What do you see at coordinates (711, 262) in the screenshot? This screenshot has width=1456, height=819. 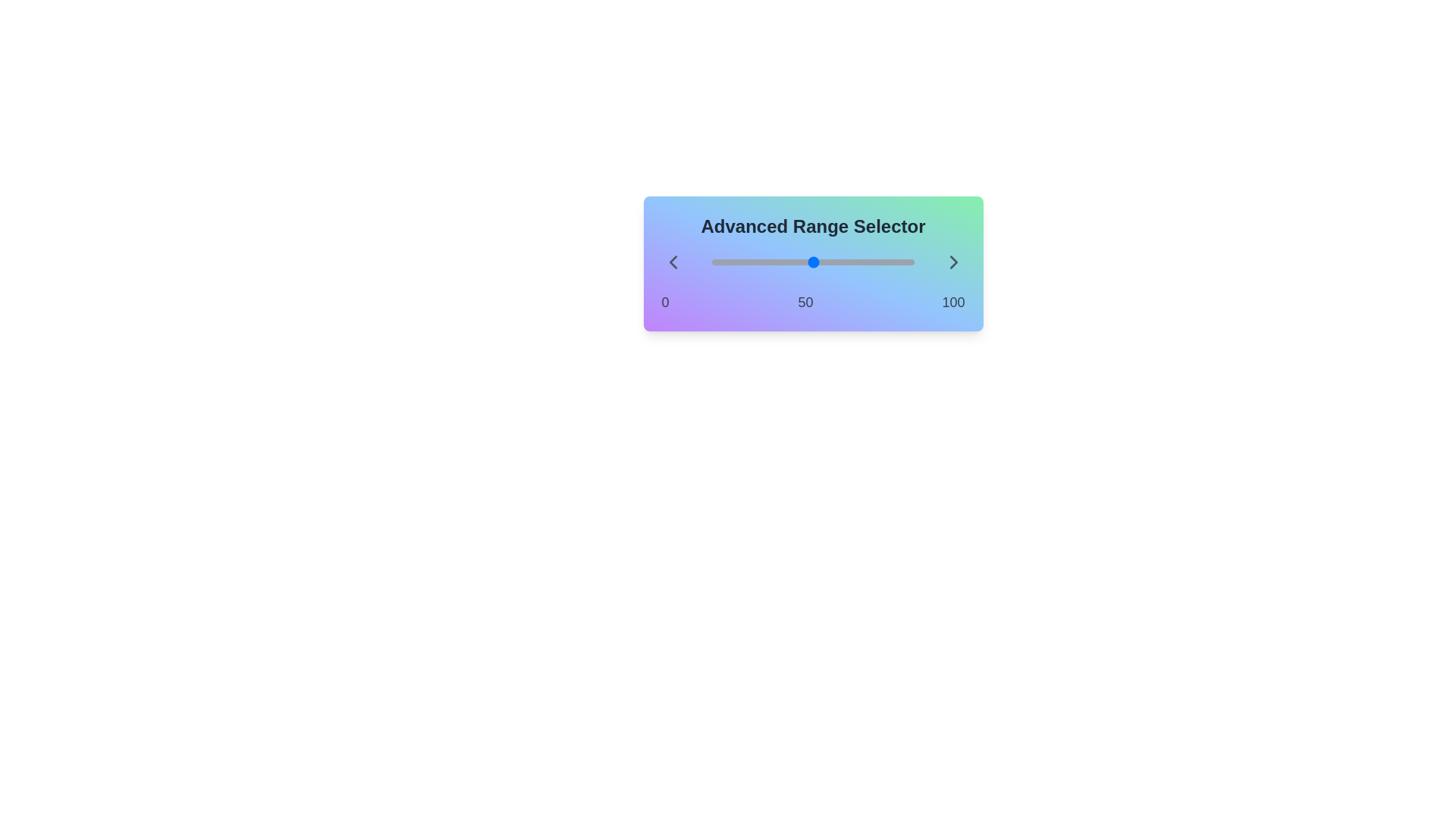 I see `the slider to set the range value to 97` at bounding box center [711, 262].